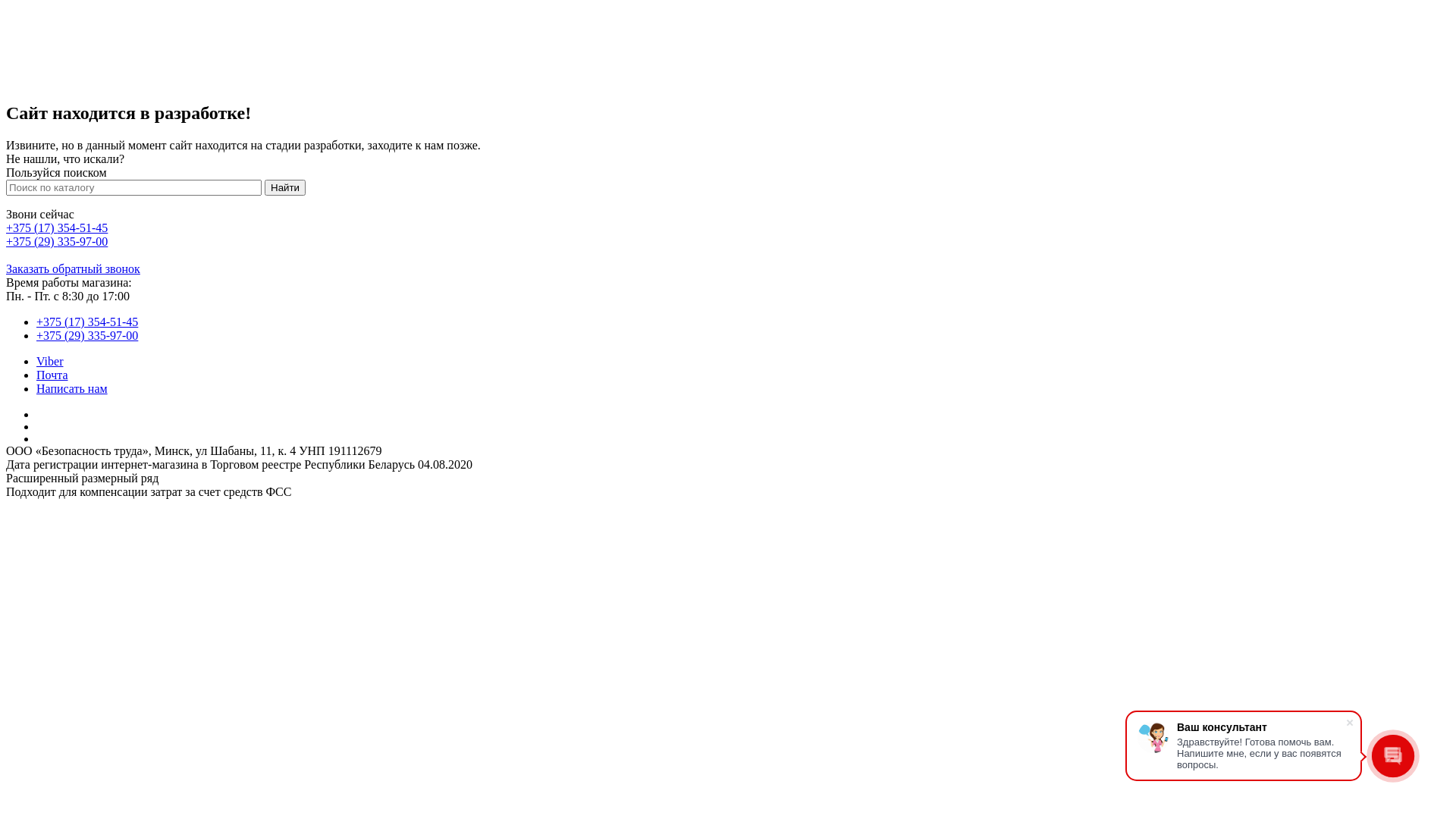  Describe the element at coordinates (6, 240) in the screenshot. I see `'+375 (29) 335-97-00'` at that location.